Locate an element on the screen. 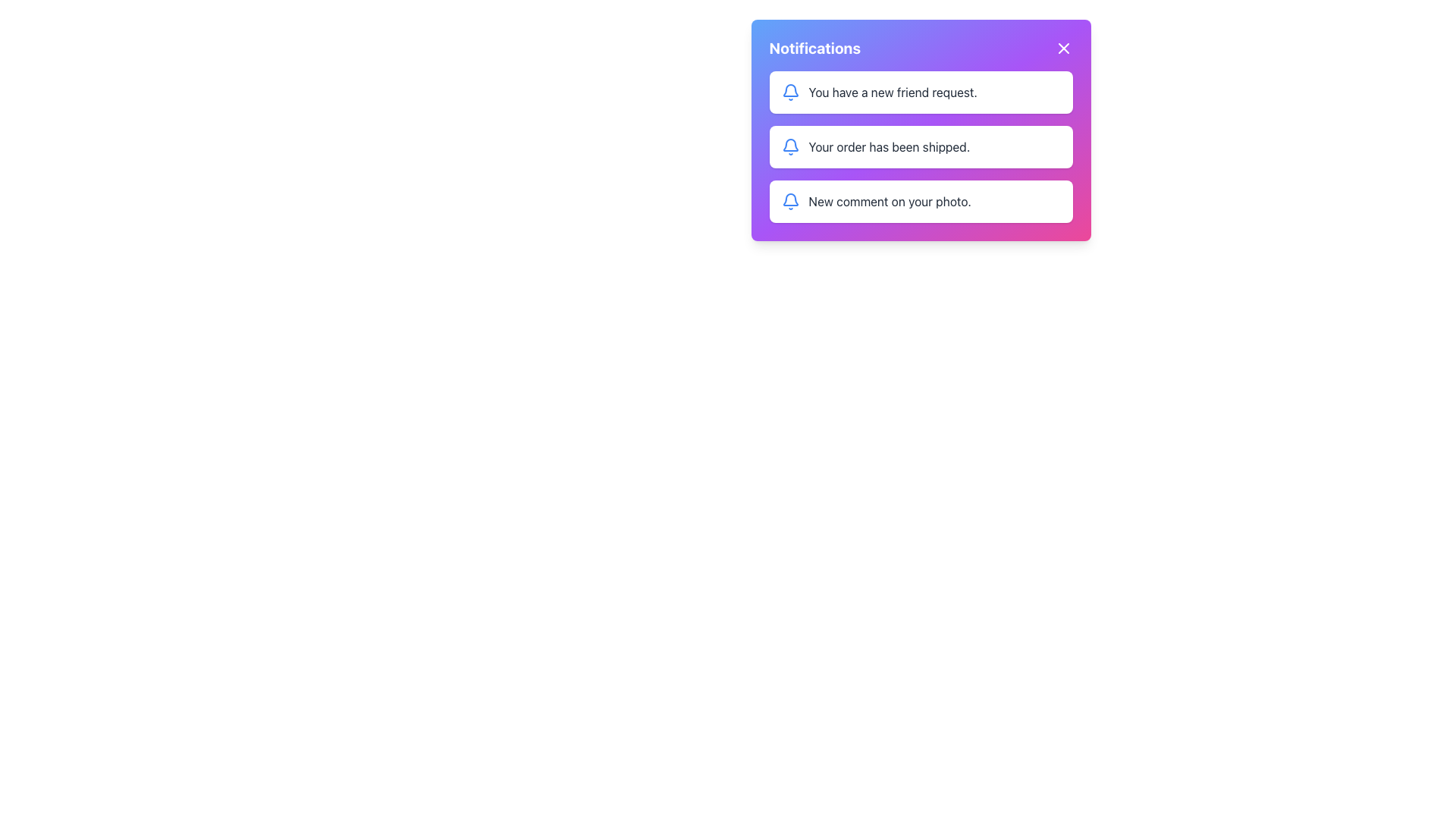  the close icon represented by an 'X' shape in the upper-right corner of the notification panel is located at coordinates (1062, 48).